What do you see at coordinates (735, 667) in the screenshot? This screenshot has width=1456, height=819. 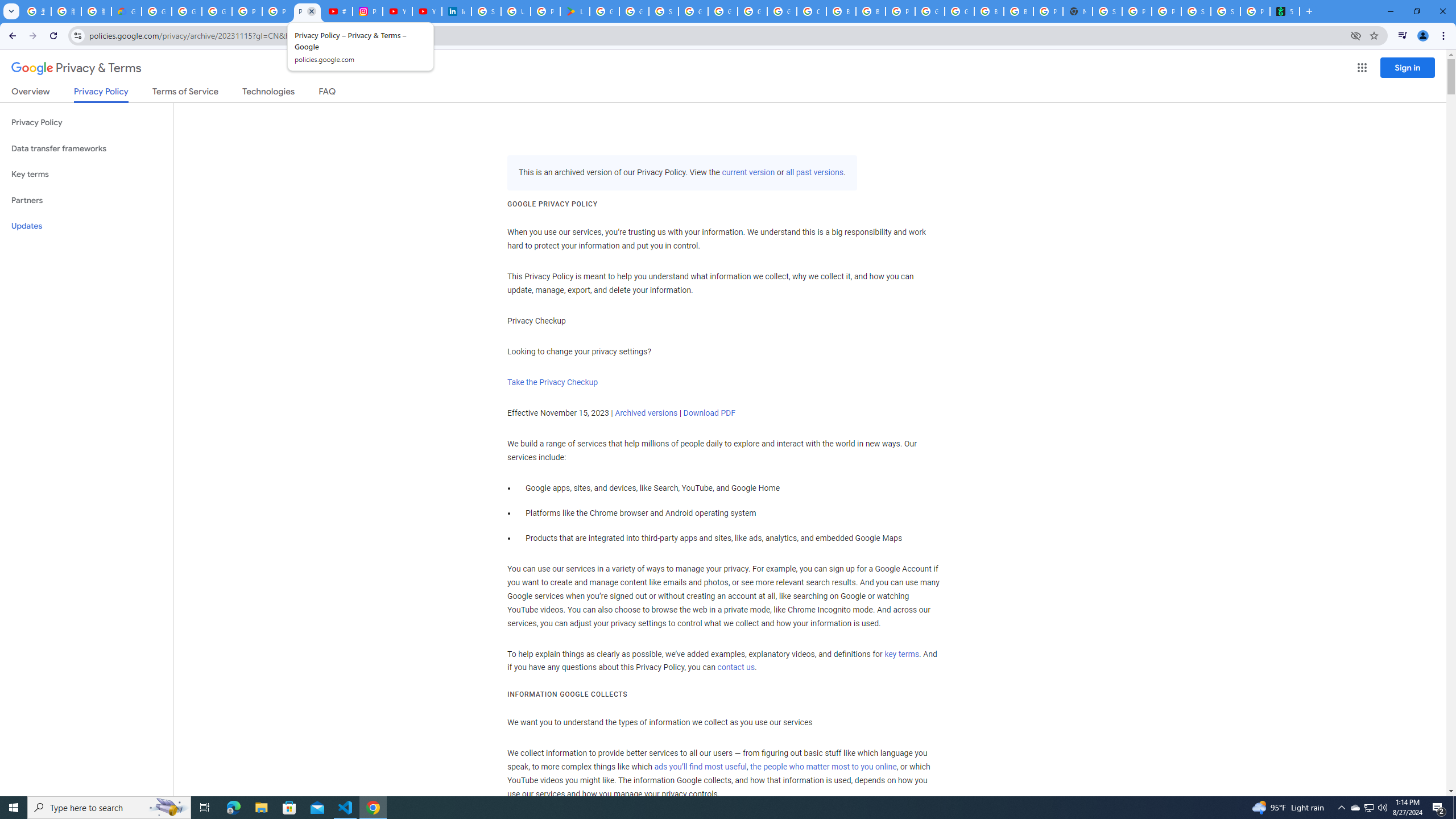 I see `'contact us'` at bounding box center [735, 667].